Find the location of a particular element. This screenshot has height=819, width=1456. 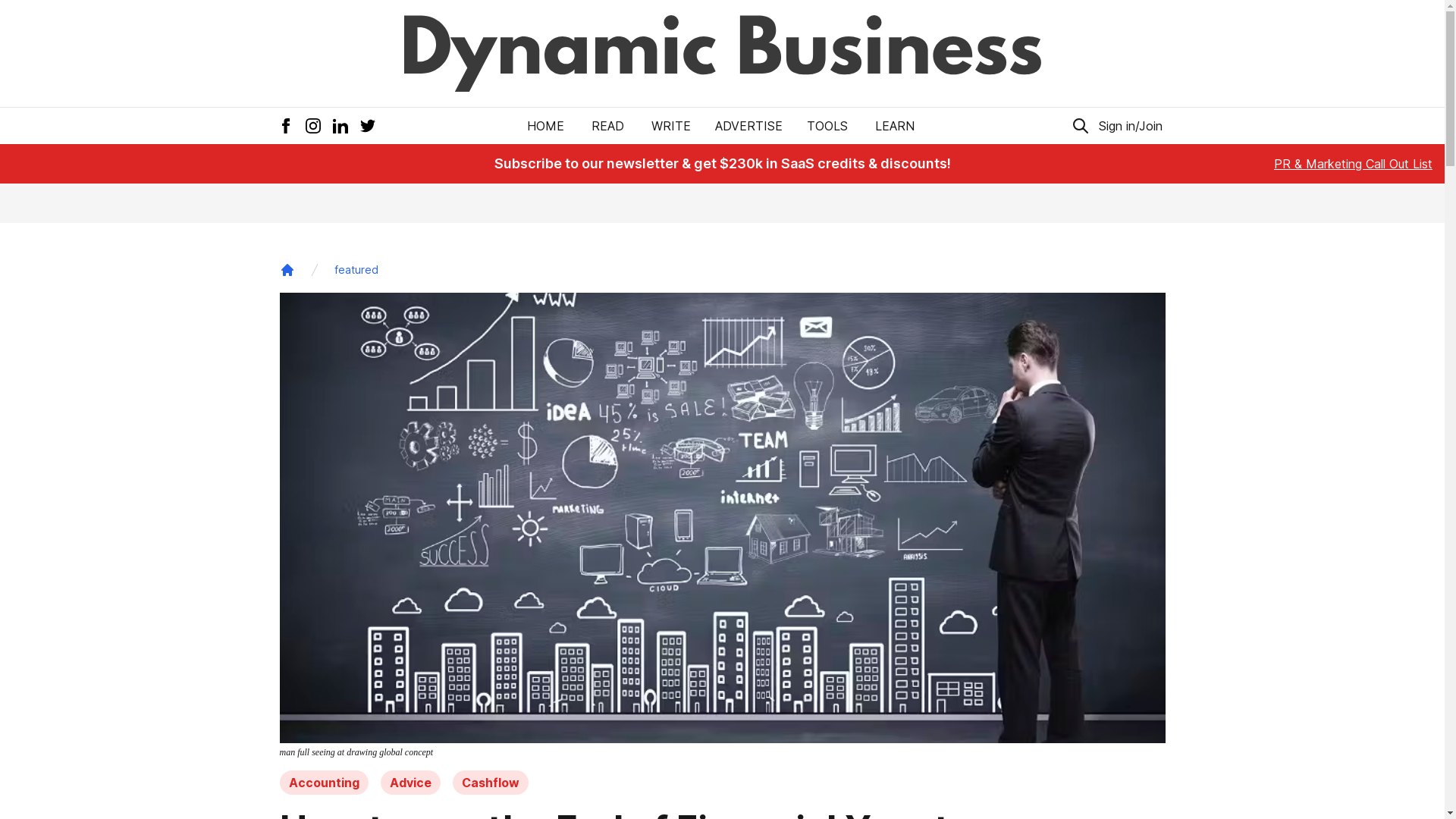

'READ' is located at coordinates (607, 124).